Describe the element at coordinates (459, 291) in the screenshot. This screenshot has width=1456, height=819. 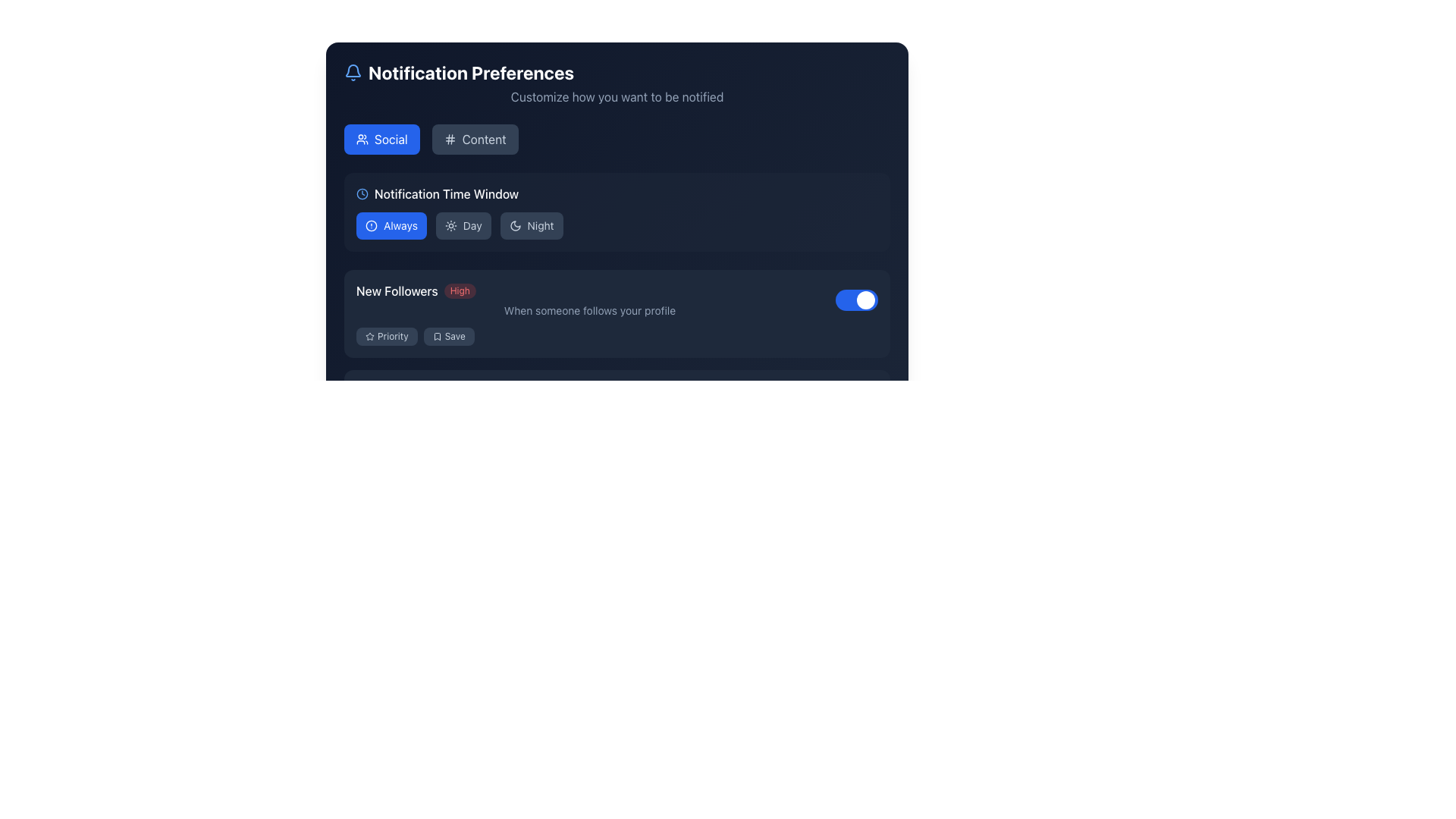
I see `the displayed priority level on the badge labeled 'High' with a red background, located to the right of the 'New Followers' text in the 'Notification Preferences' section` at that location.